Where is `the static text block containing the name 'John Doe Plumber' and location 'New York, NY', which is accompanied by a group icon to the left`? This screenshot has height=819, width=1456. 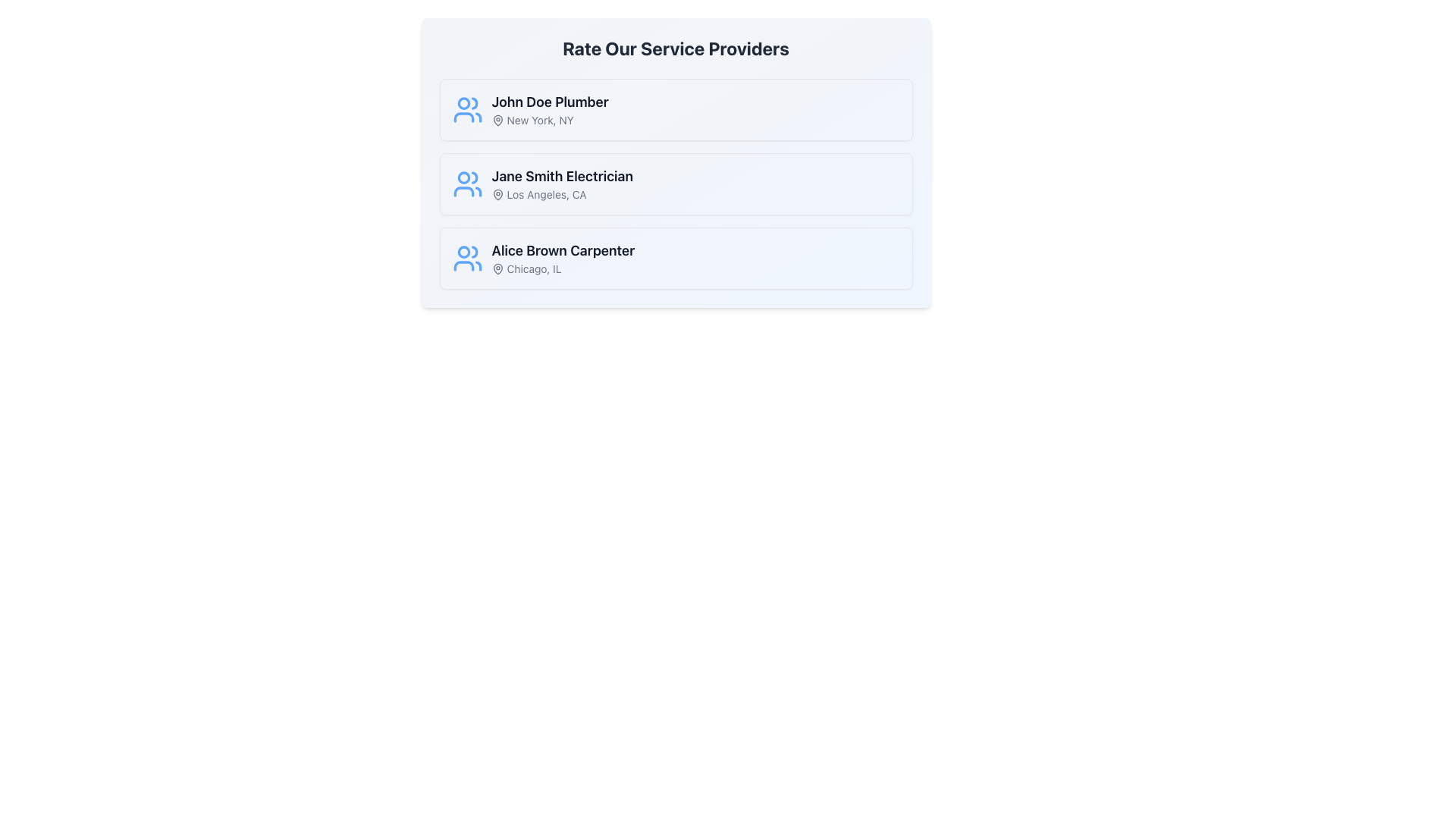 the static text block containing the name 'John Doe Plumber' and location 'New York, NY', which is accompanied by a group icon to the left is located at coordinates (530, 109).